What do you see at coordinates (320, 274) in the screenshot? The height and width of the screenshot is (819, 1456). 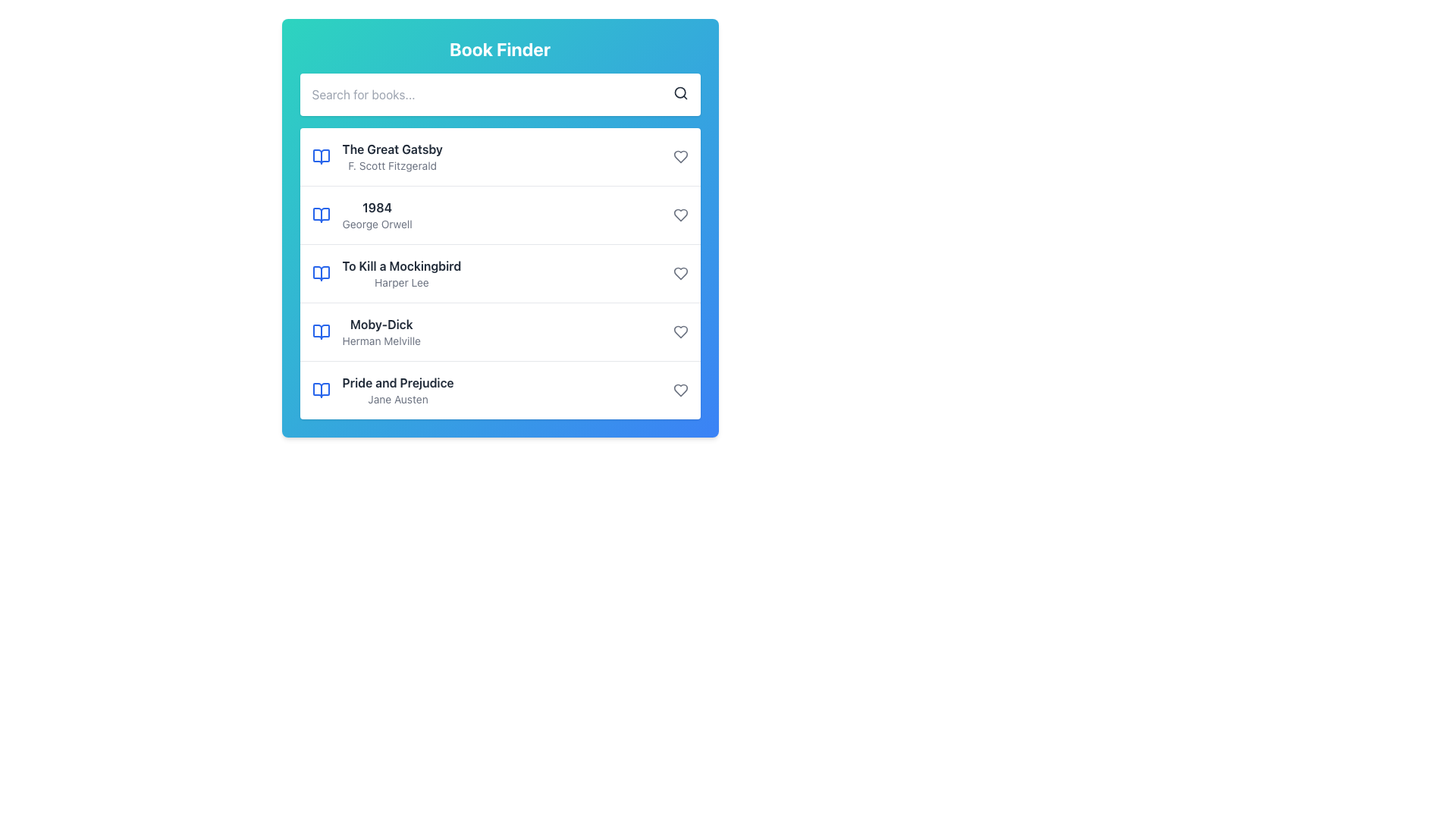 I see `the book icon located to the left of the textual content 'To Kill a Mockingbird' and 'Harper Lee' in the third item of the vertical list within the 'Book Finder' card` at bounding box center [320, 274].